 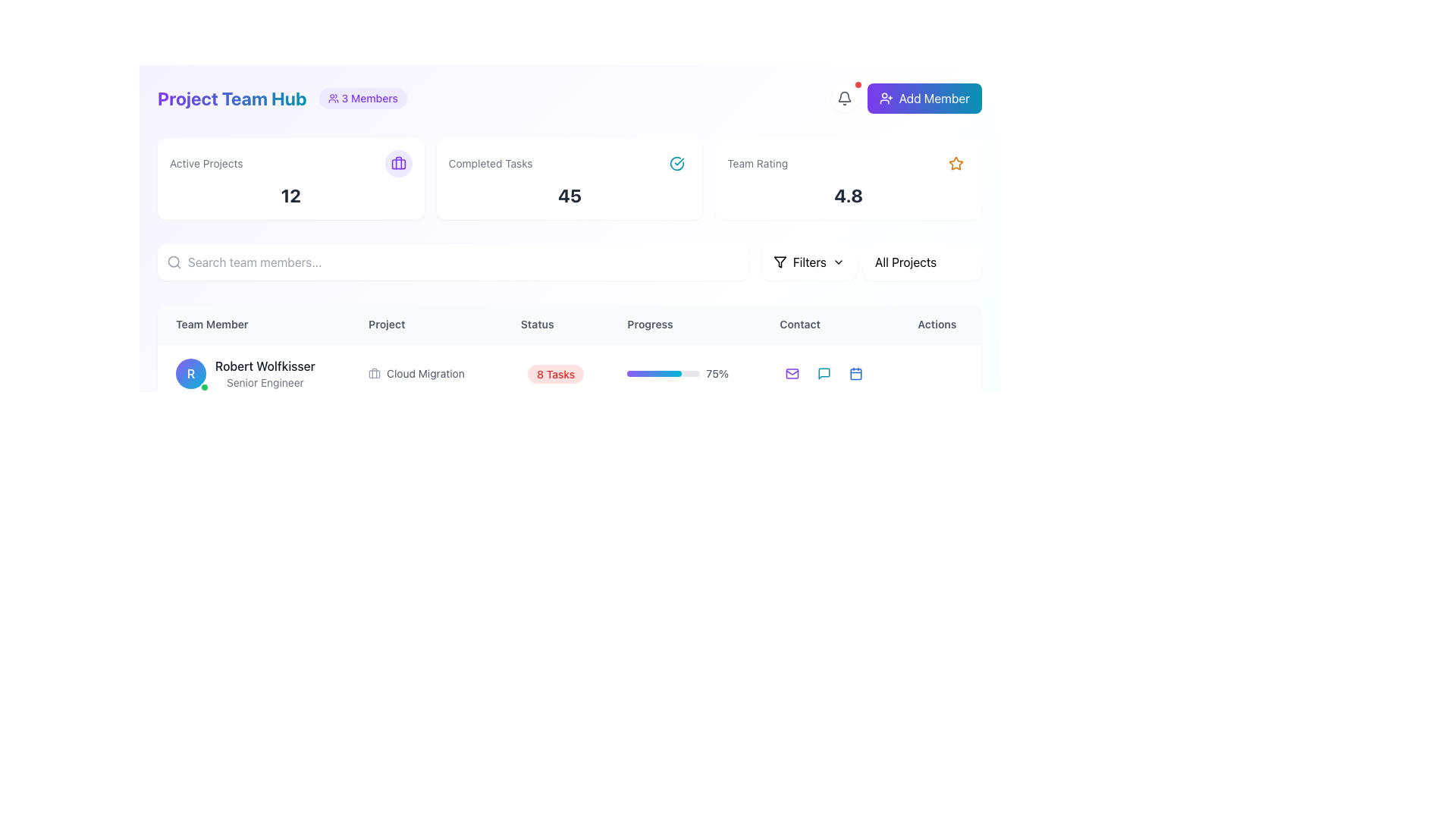 I want to click on the filtering icon, which represents the functionality of narrowing data or choices based on selected criteria, located in the top left of the 'Filters' section, so click(x=780, y=262).